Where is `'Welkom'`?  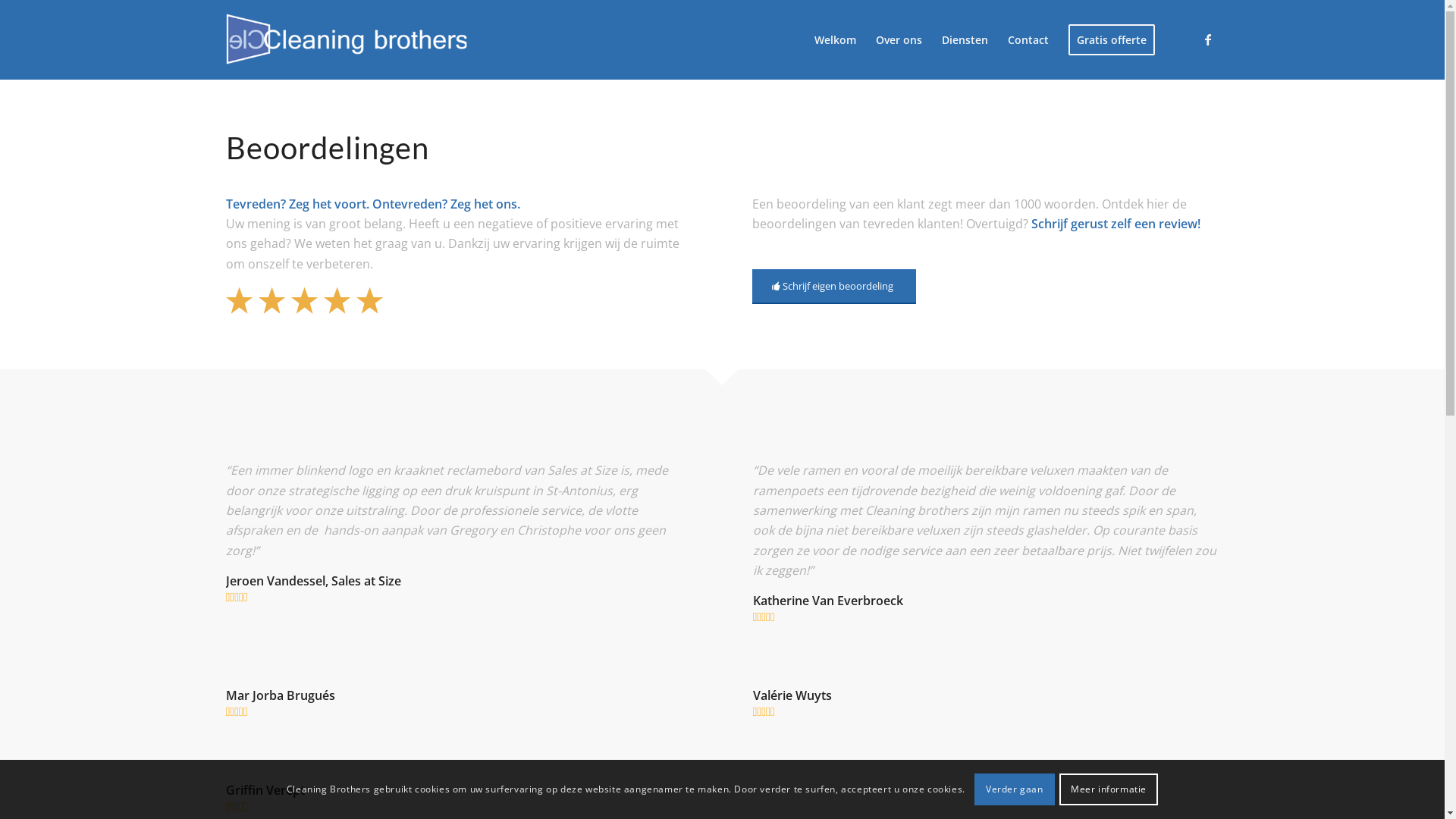
'Welkom' is located at coordinates (833, 39).